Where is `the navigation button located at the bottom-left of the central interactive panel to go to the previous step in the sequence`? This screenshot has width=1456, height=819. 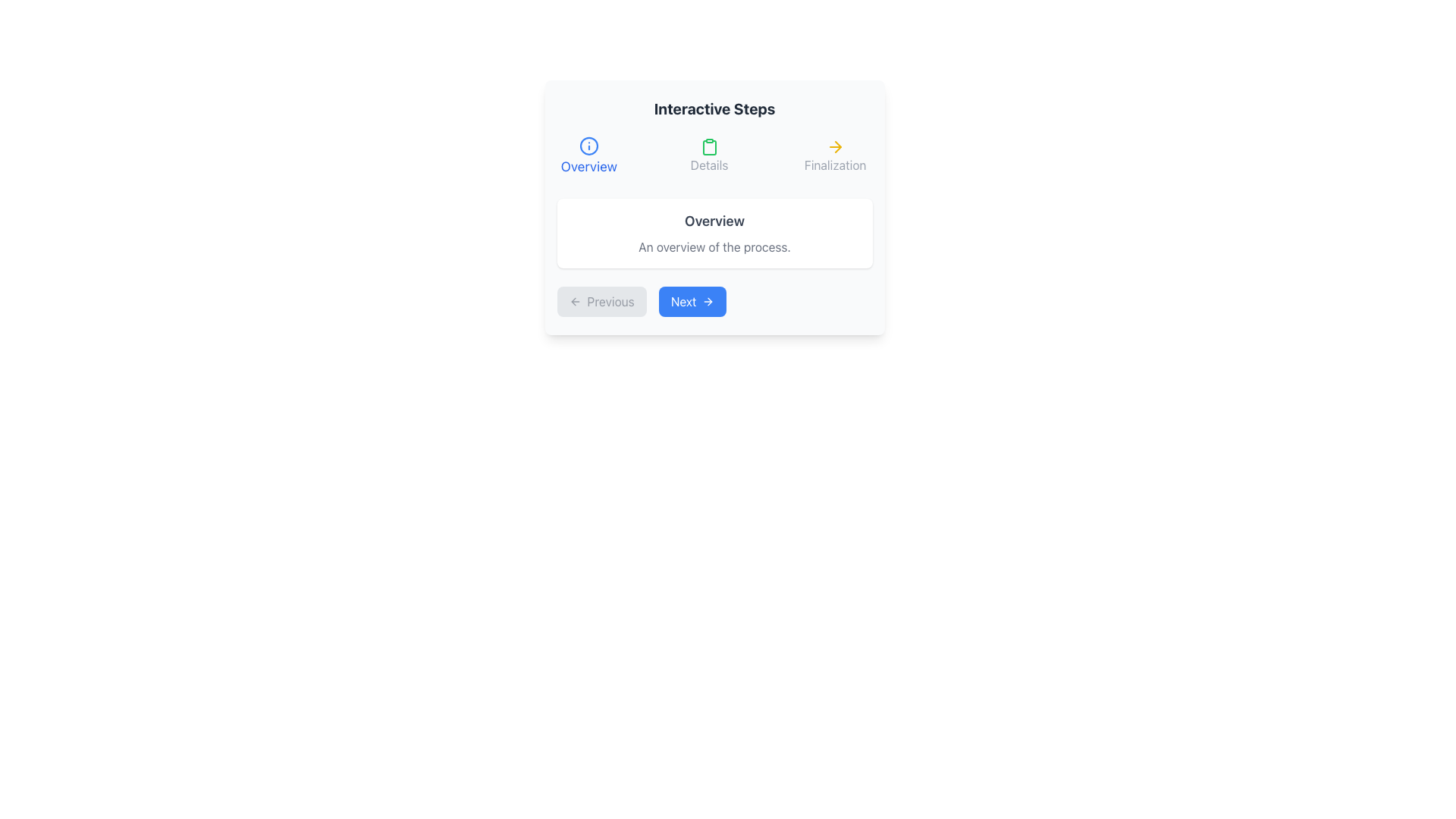
the navigation button located at the bottom-left of the central interactive panel to go to the previous step in the sequence is located at coordinates (601, 301).